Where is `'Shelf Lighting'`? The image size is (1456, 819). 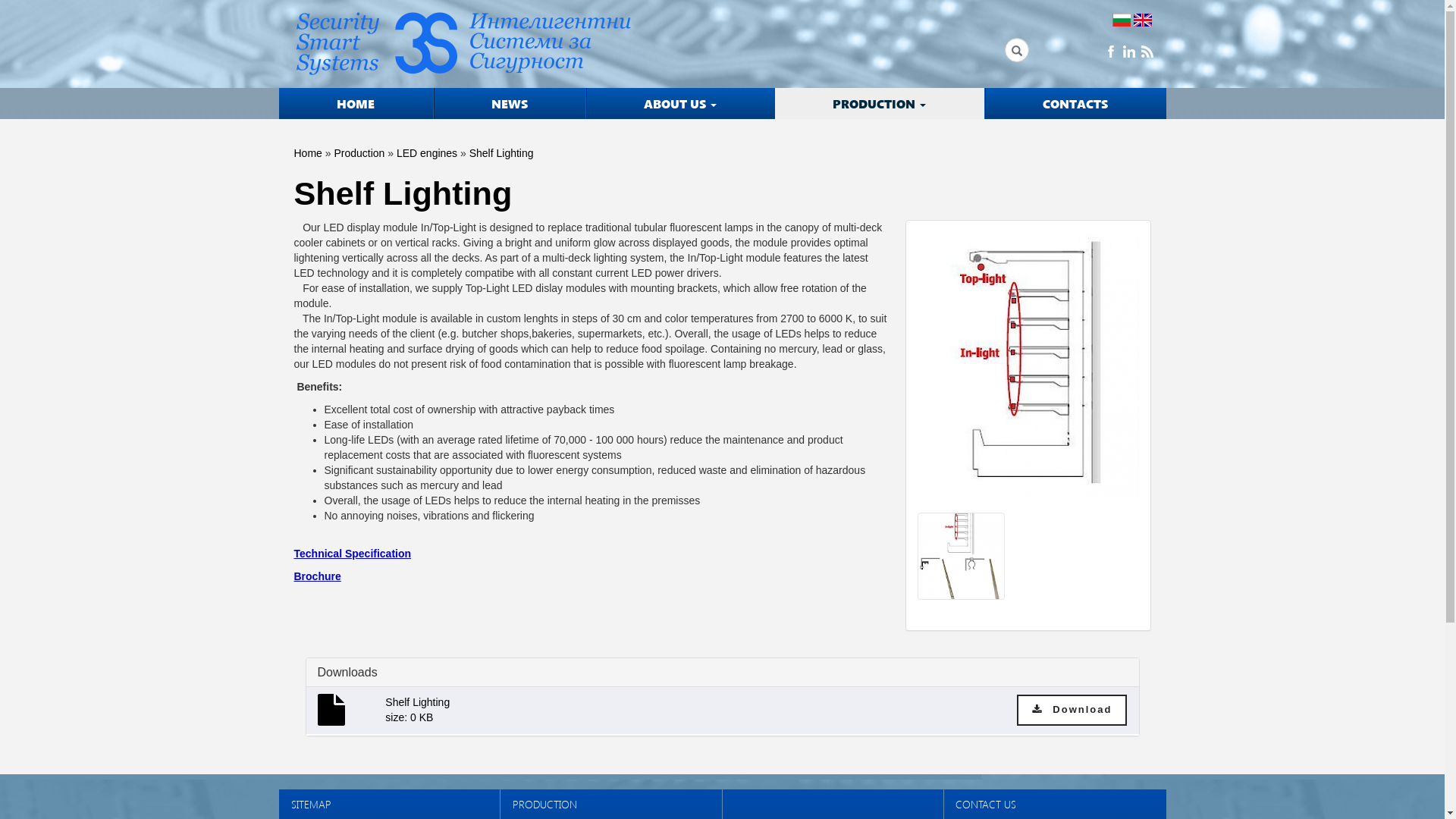
'Shelf Lighting' is located at coordinates (1028, 371).